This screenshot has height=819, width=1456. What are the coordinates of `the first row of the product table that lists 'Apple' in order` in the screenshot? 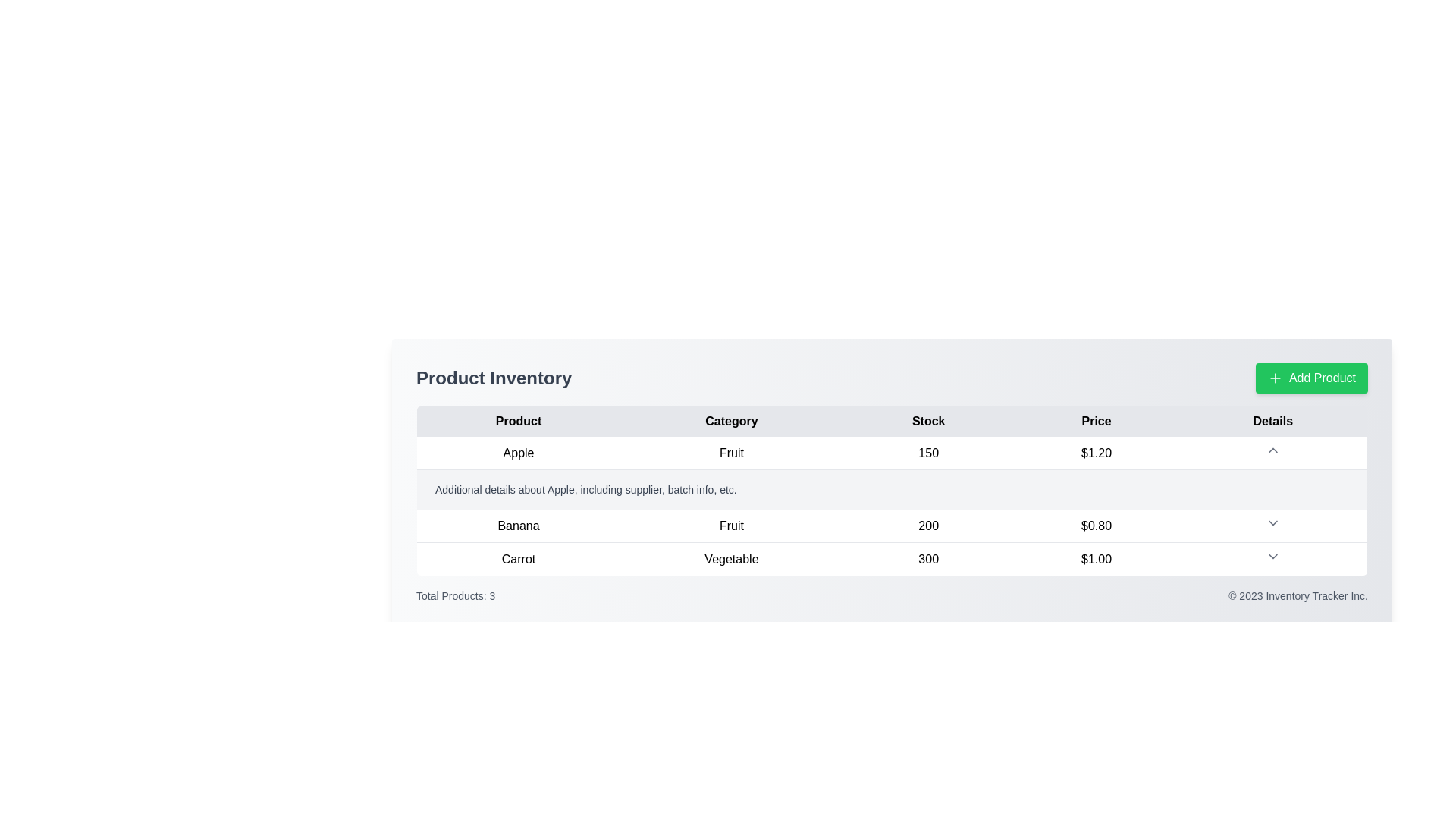 It's located at (892, 452).